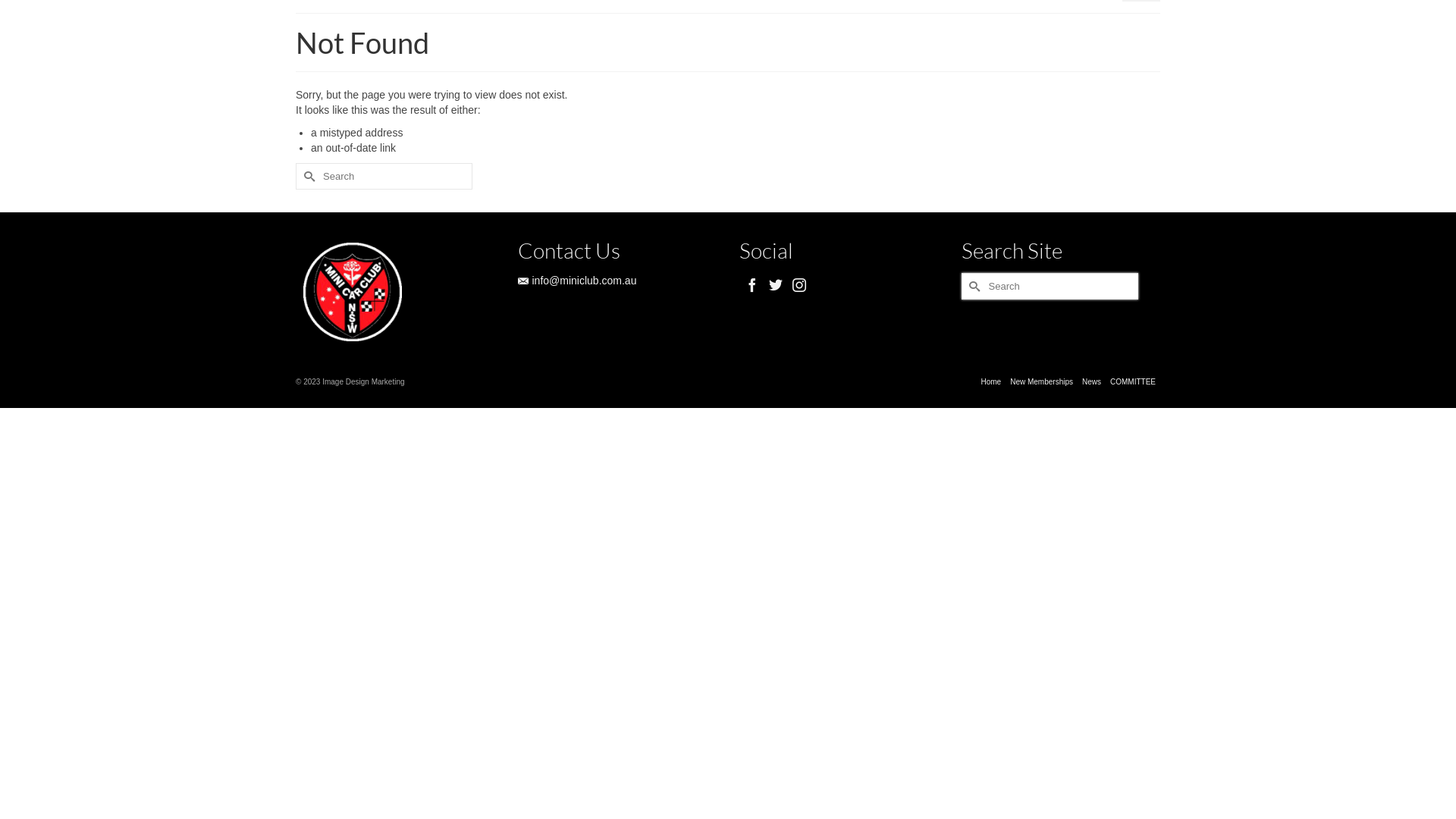 The height and width of the screenshot is (819, 1456). I want to click on 'News', so click(1090, 381).